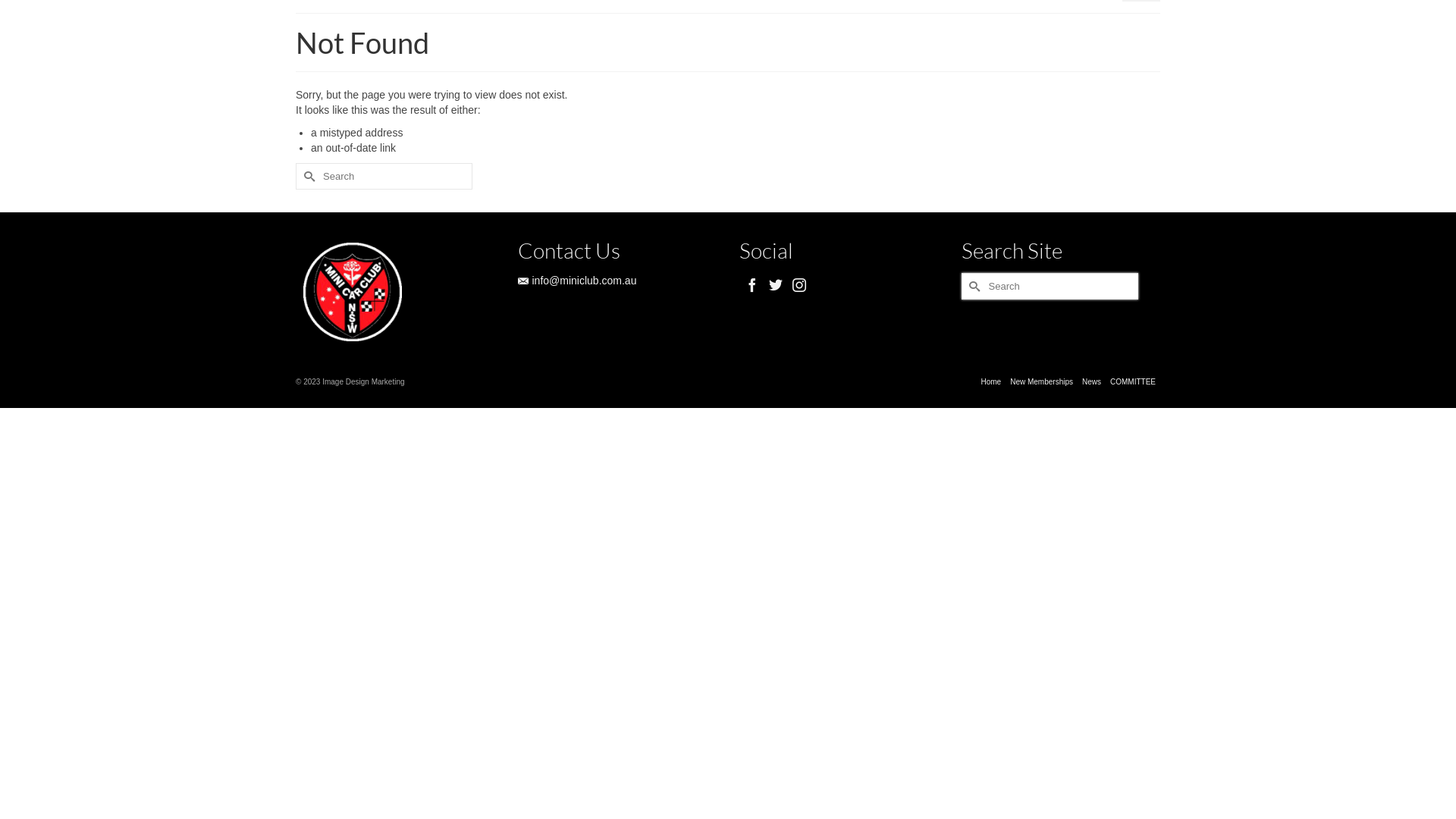 The height and width of the screenshot is (819, 1456). I want to click on 'News', so click(1090, 381).